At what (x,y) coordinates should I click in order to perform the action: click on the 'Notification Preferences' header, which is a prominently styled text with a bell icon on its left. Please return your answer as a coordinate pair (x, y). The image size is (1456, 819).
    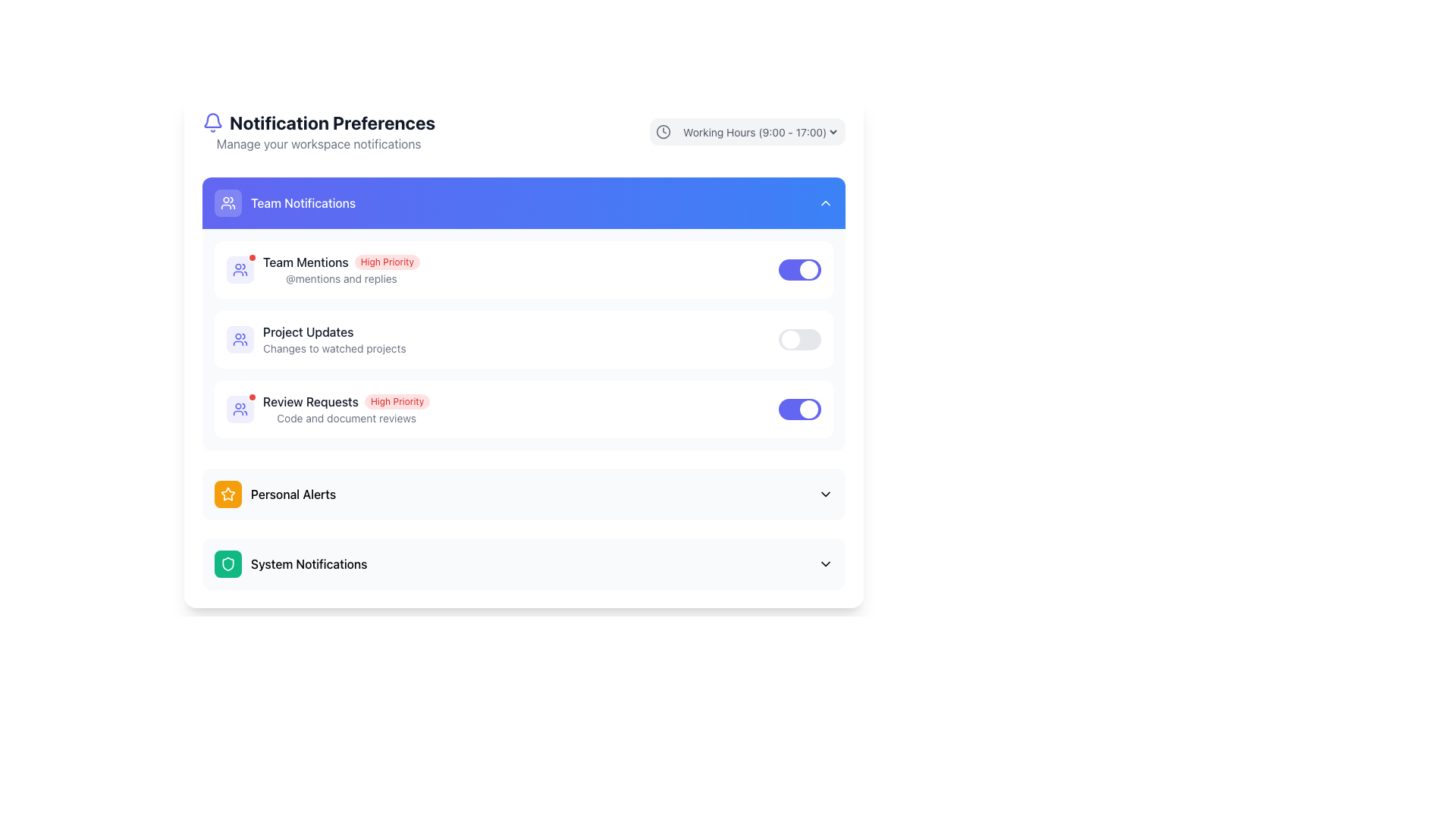
    Looking at the image, I should click on (318, 122).